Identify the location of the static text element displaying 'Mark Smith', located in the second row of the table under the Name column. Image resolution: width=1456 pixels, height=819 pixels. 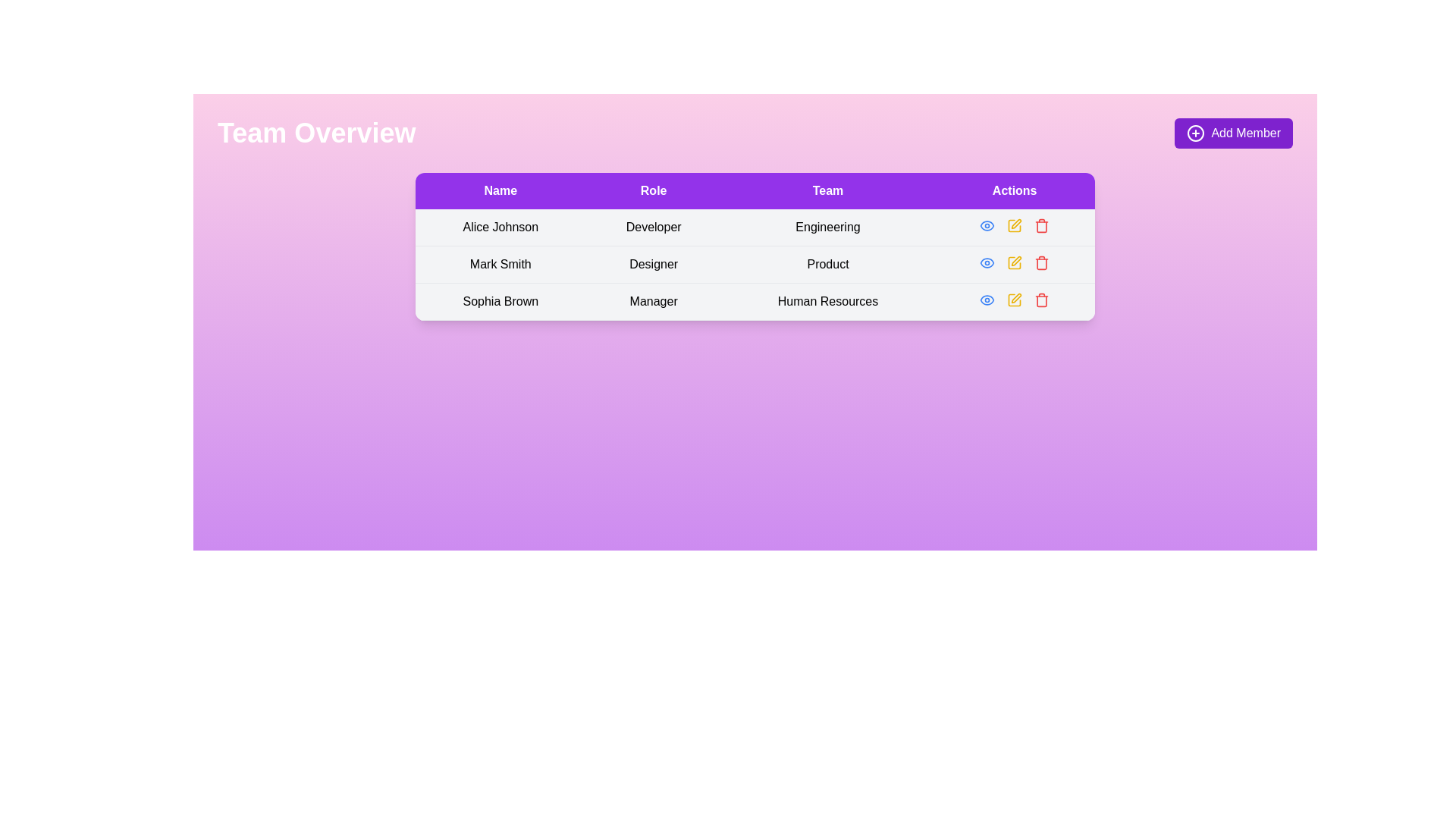
(500, 263).